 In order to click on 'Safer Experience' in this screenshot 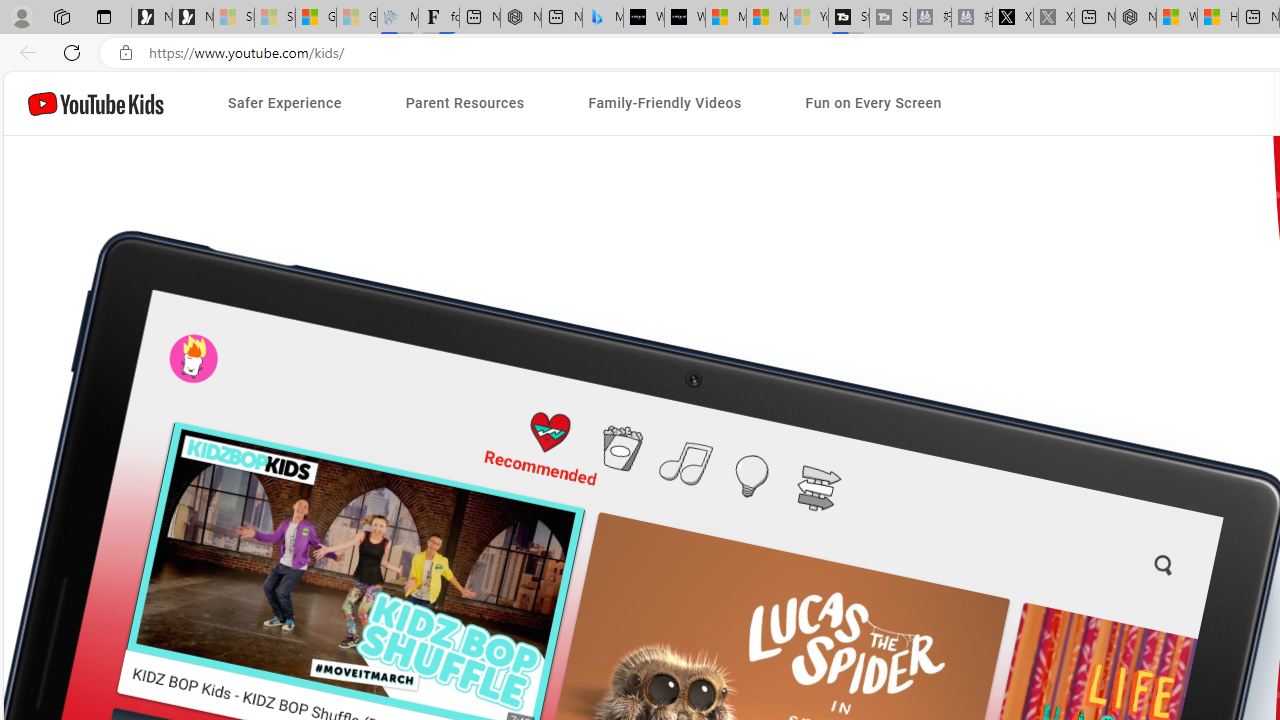, I will do `click(283, 103)`.